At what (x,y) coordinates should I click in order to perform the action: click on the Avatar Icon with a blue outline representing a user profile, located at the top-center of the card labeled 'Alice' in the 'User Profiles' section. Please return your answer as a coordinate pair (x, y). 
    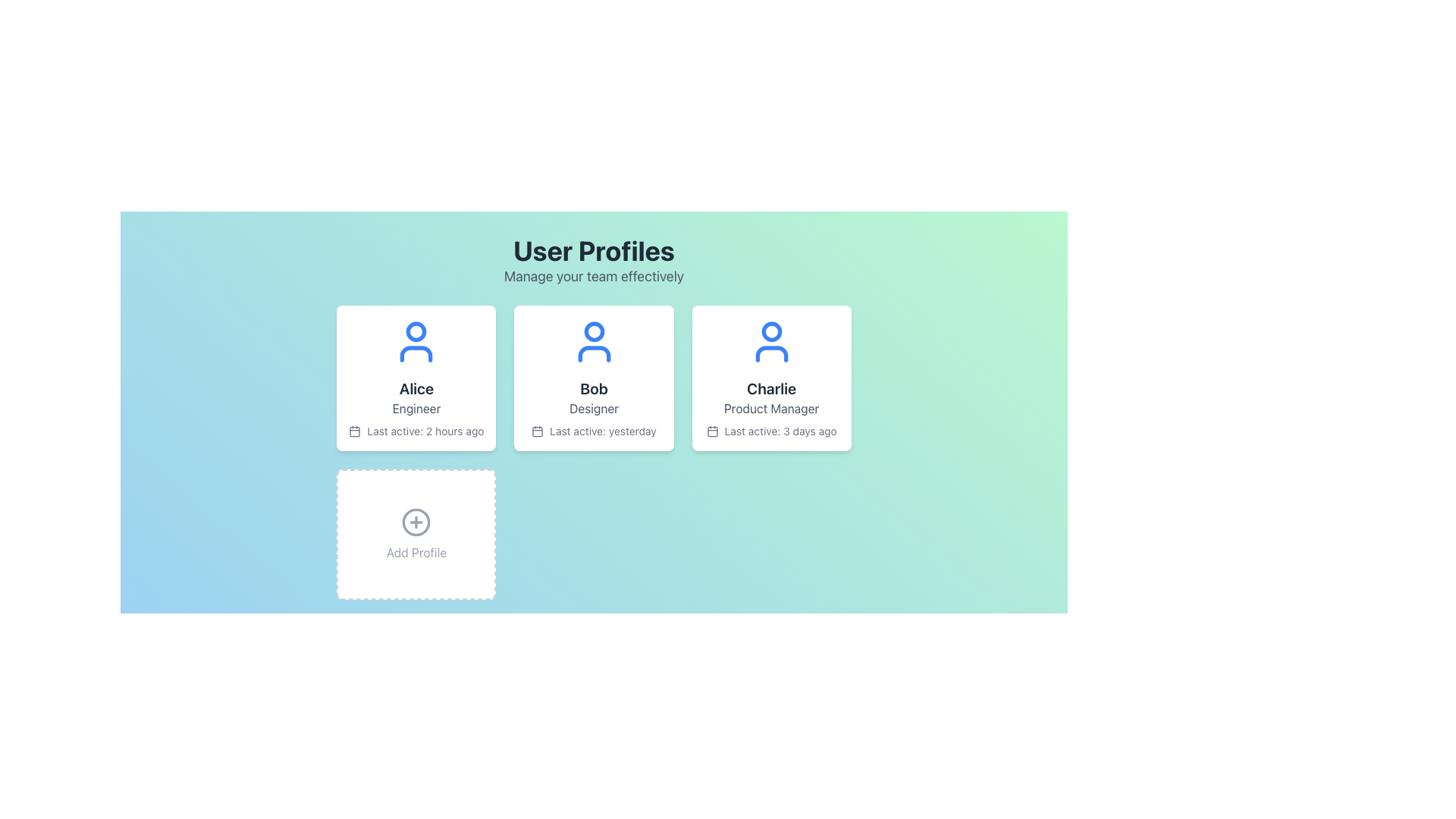
    Looking at the image, I should click on (416, 342).